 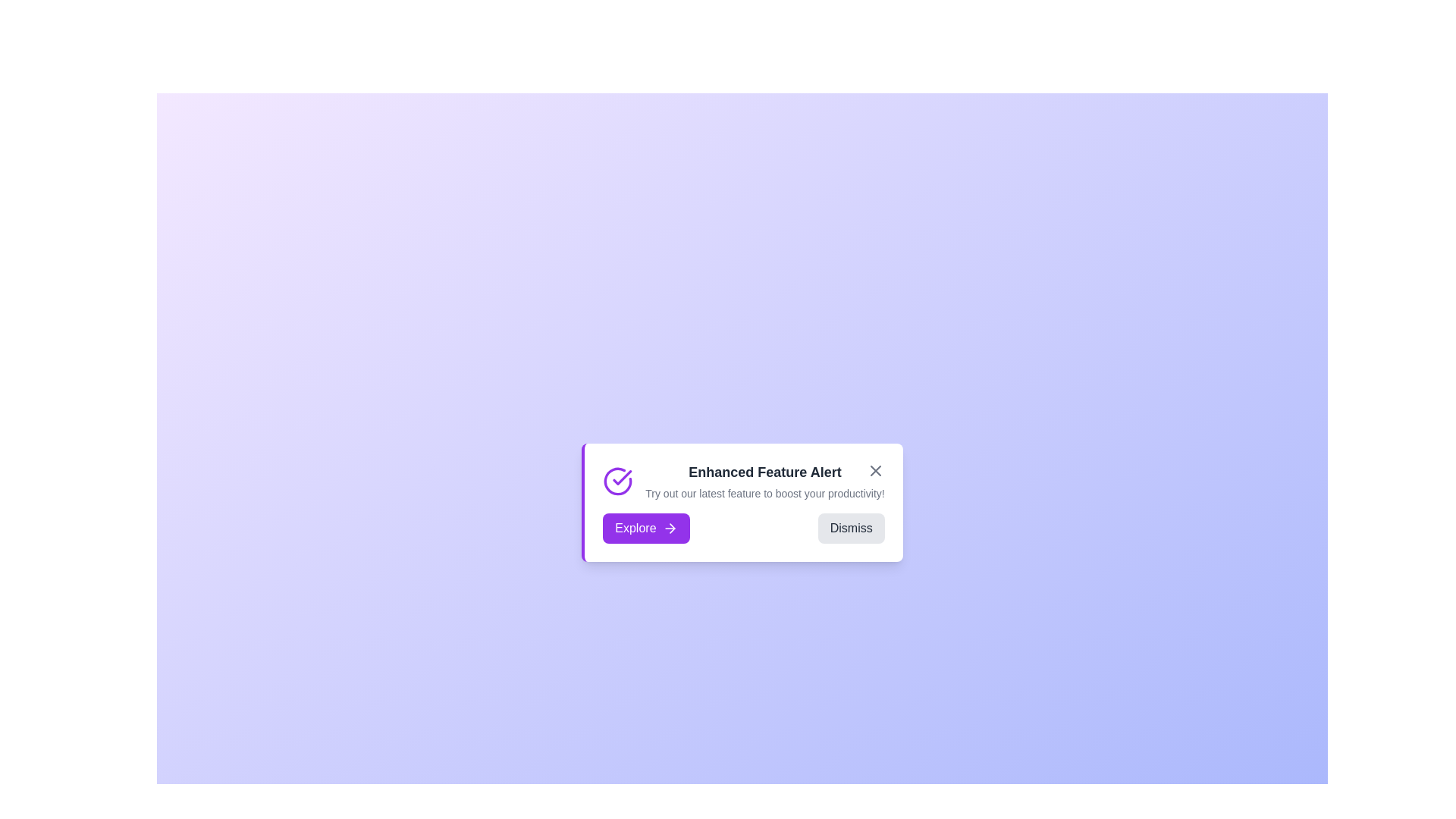 I want to click on the 'Dismiss' button to close the announcement, so click(x=851, y=528).